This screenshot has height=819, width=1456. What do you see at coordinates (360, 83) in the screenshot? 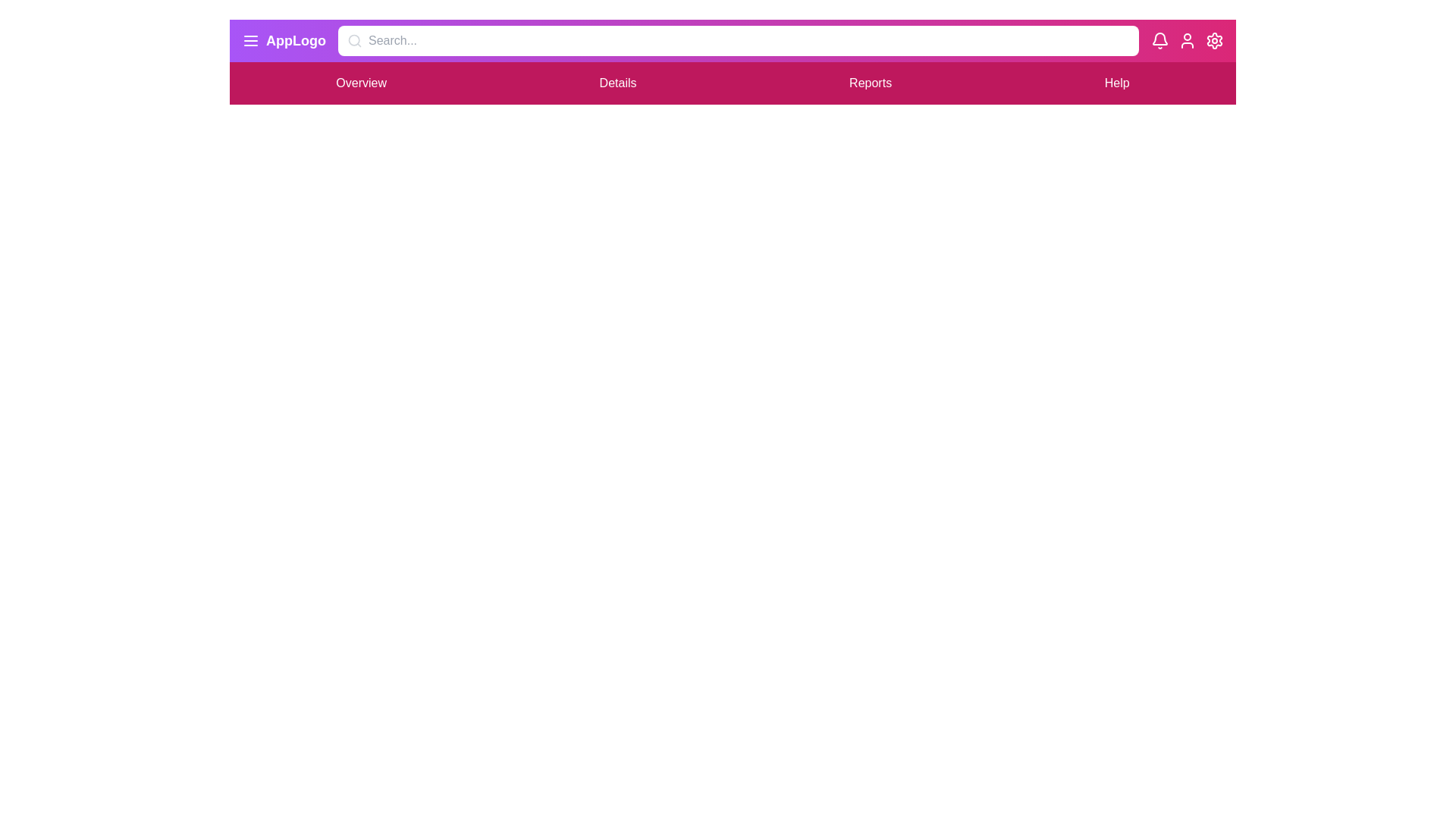
I see `the menu item Overview to navigate` at bounding box center [360, 83].